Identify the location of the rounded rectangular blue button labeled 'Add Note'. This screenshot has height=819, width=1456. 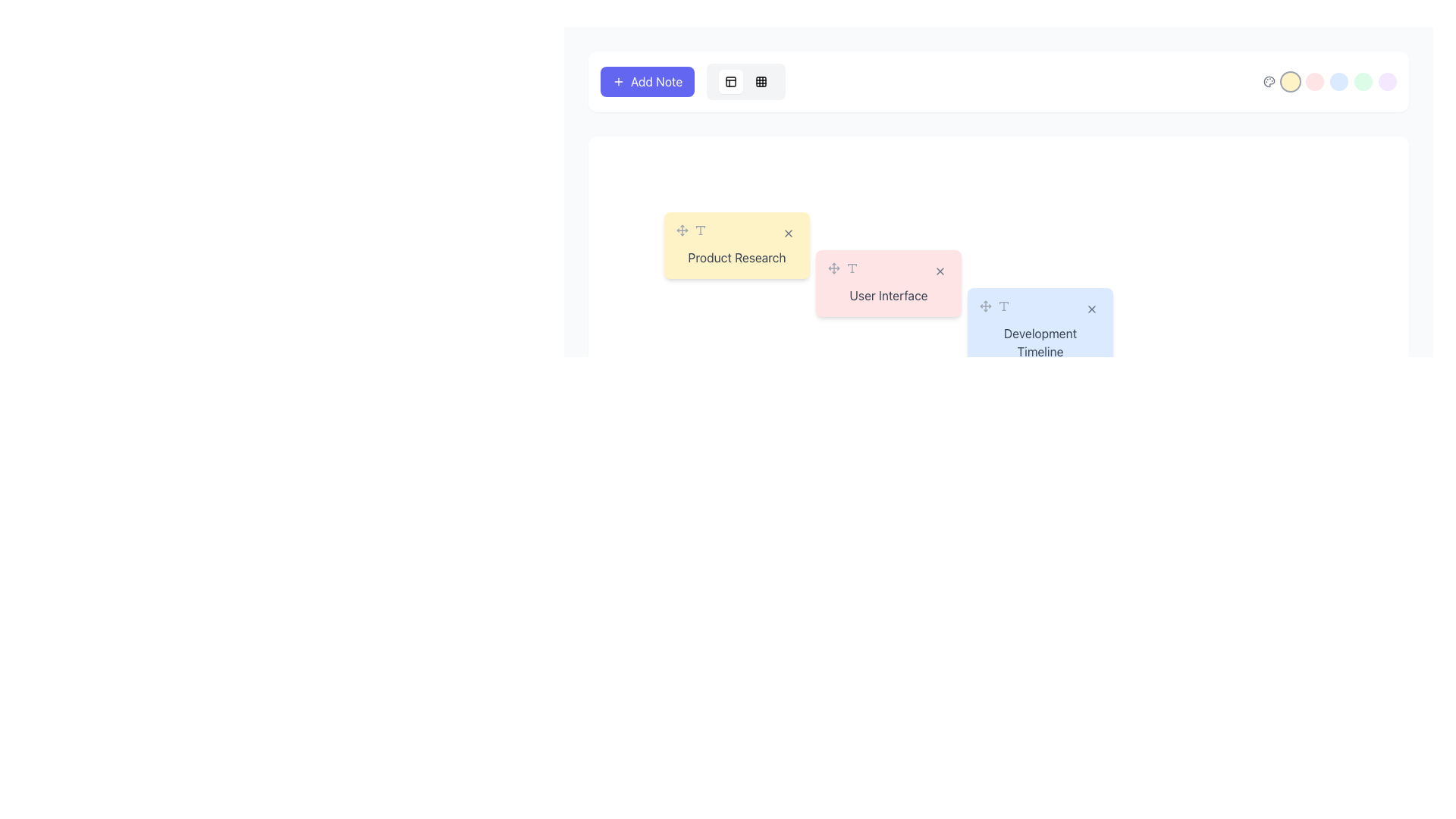
(648, 82).